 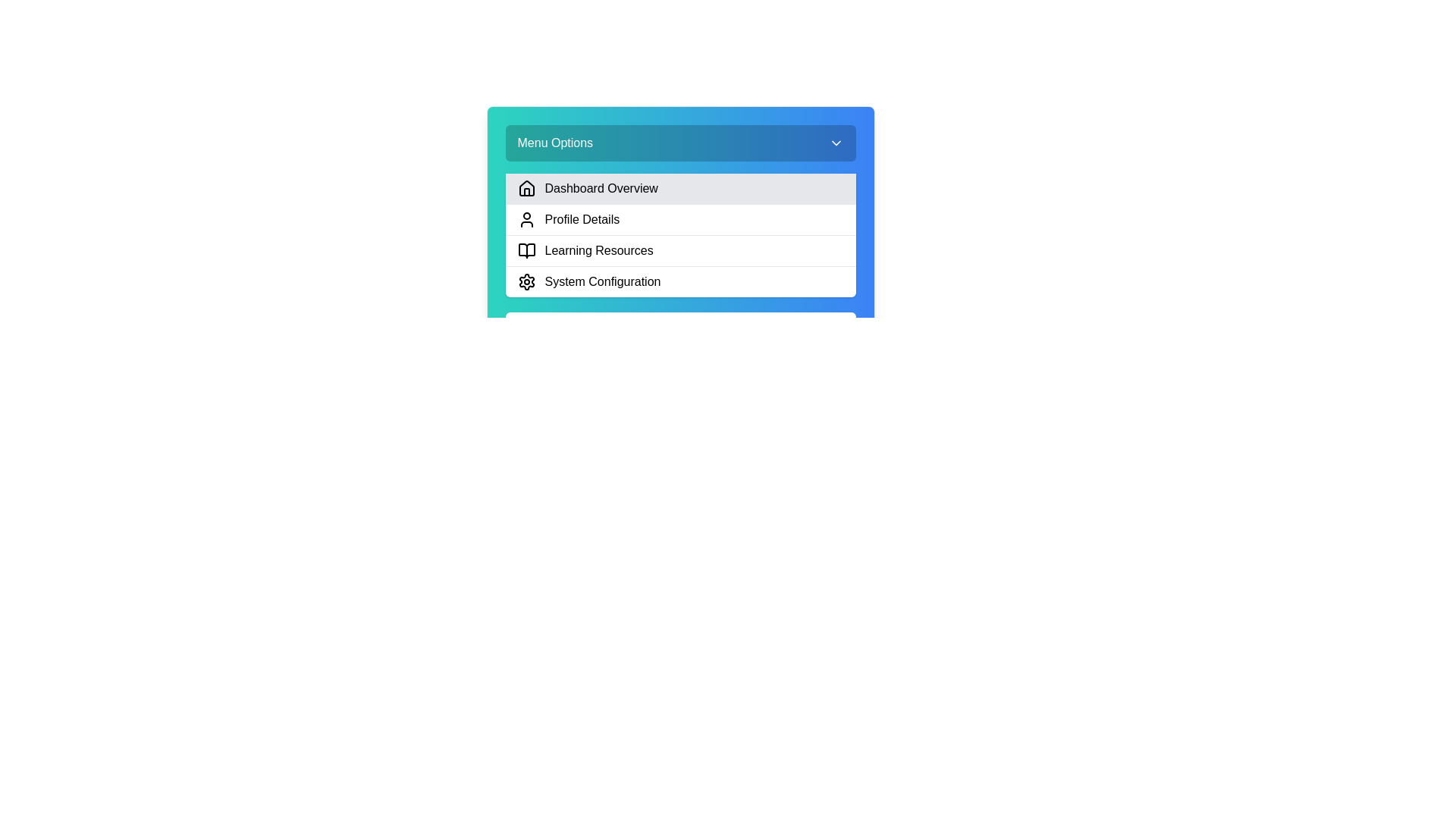 What do you see at coordinates (526, 281) in the screenshot?
I see `the gear icon associated with the 'System Configuration' text label in the menu, which is the leftmost component of the entry` at bounding box center [526, 281].